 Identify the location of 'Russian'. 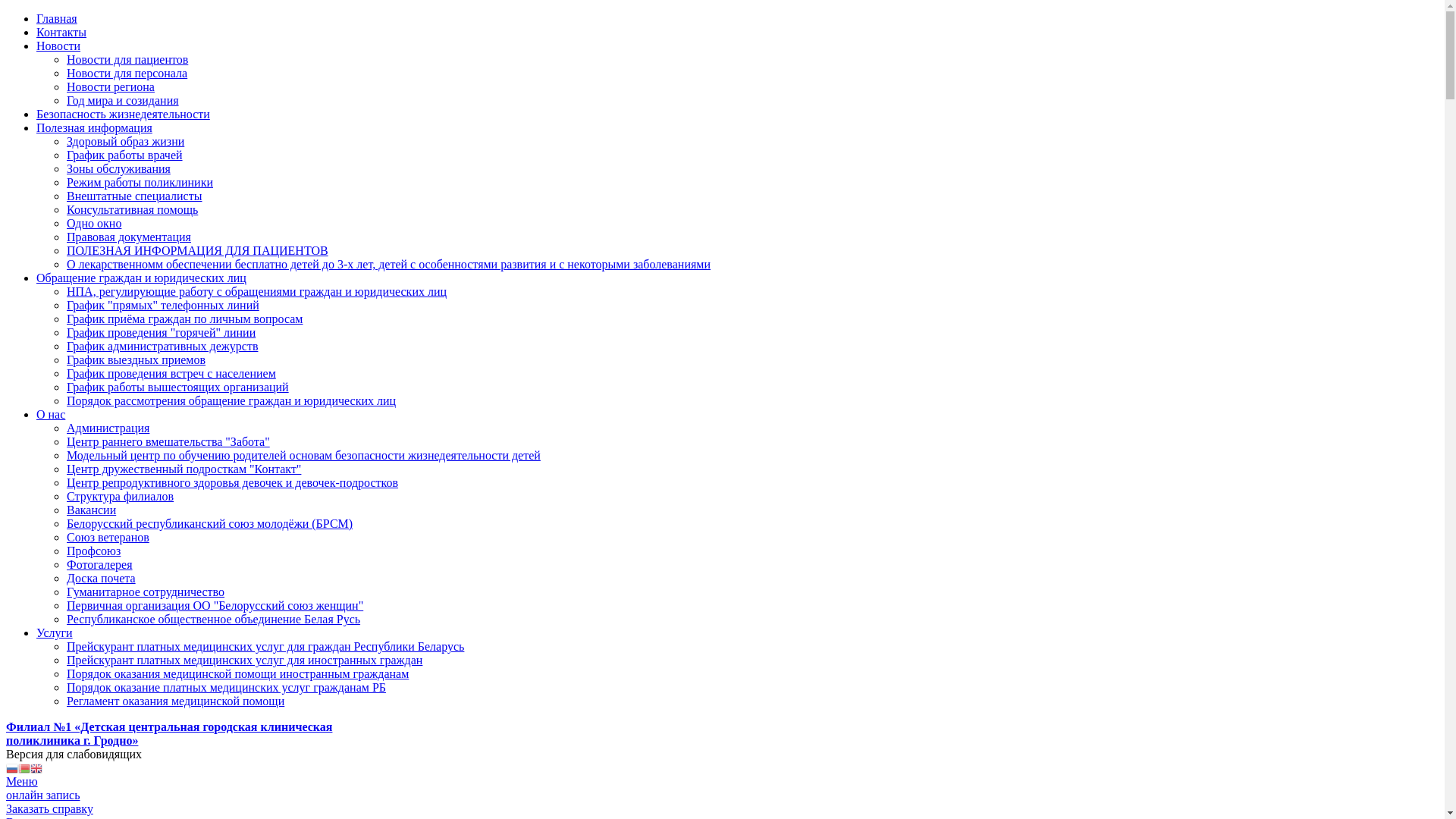
(11, 767).